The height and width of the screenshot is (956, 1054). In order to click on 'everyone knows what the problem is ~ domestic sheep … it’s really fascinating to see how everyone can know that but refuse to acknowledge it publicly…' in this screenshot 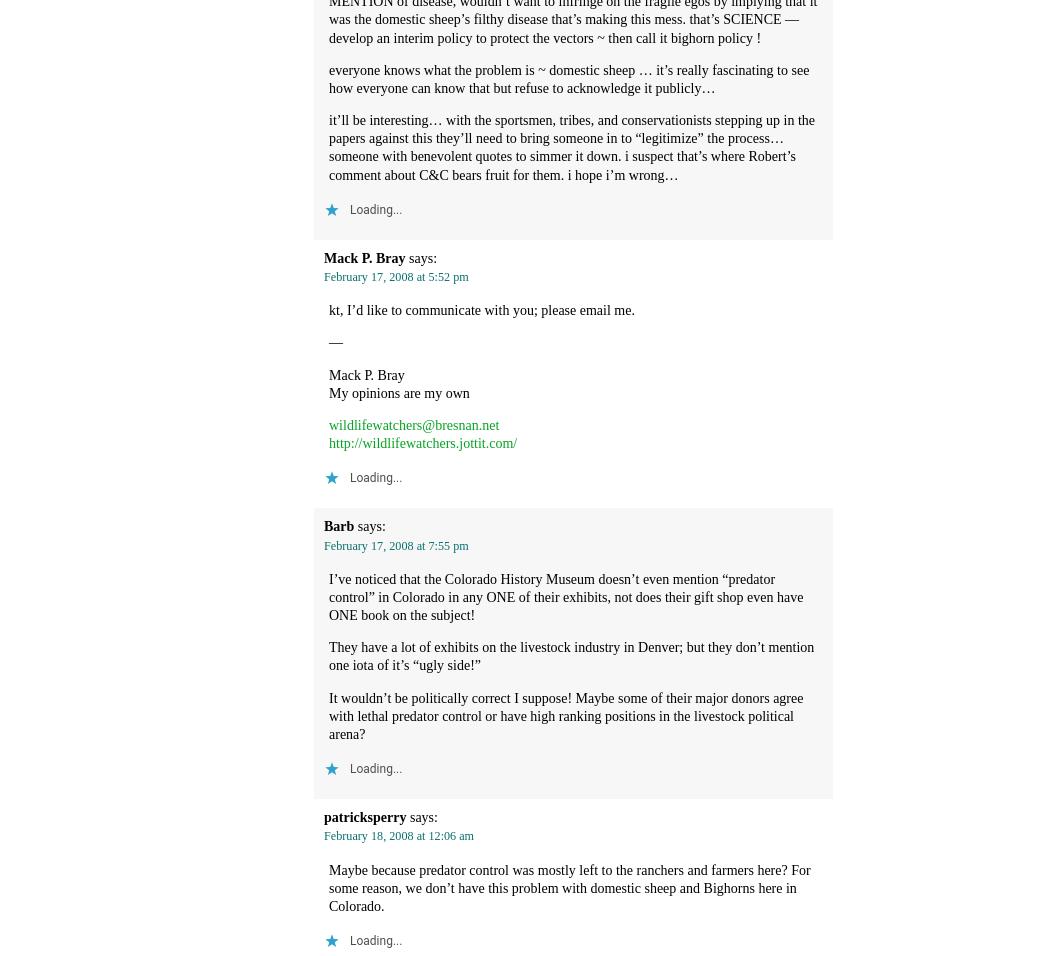, I will do `click(568, 77)`.